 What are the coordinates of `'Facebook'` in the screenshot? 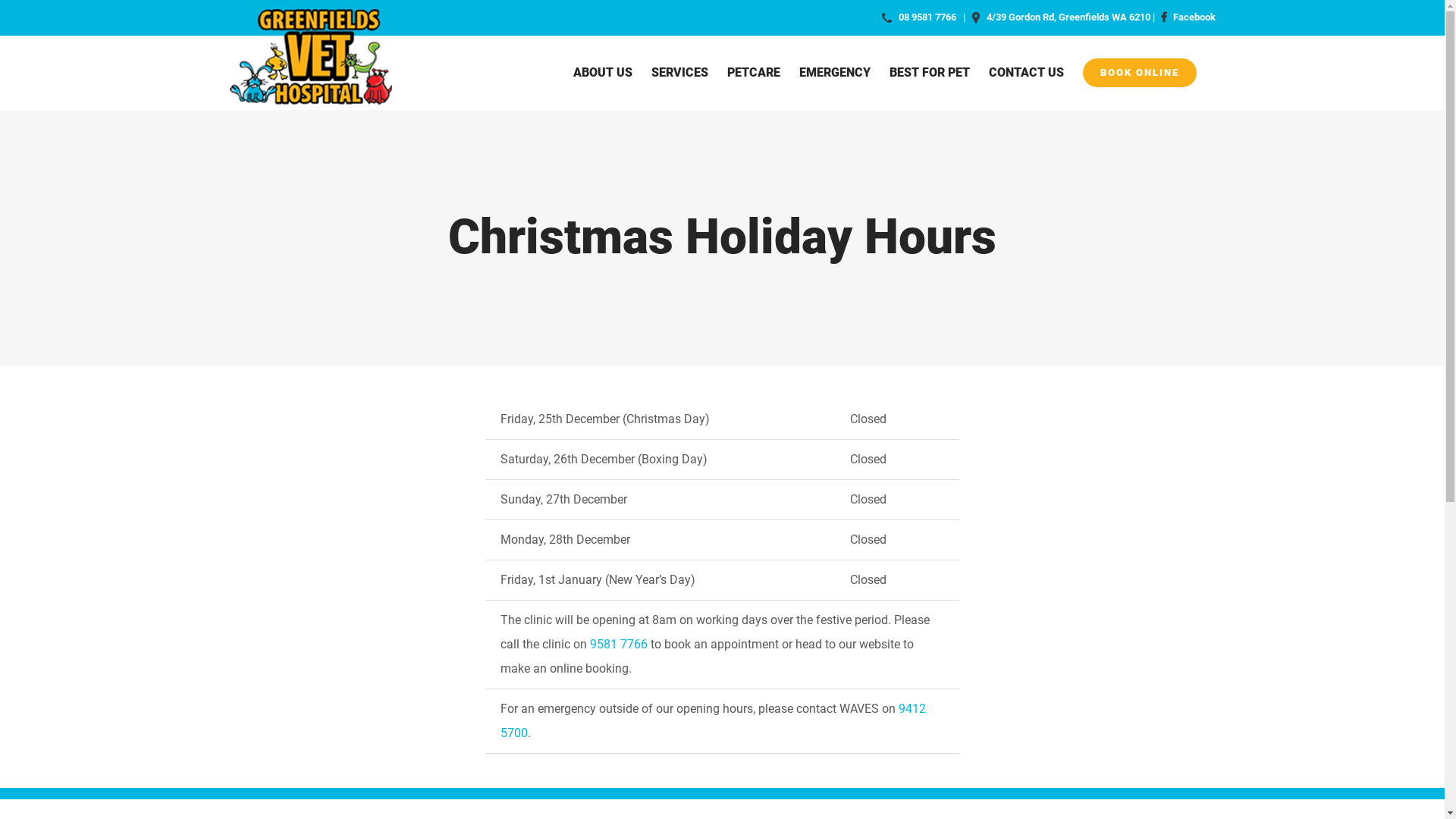 It's located at (1156, 17).